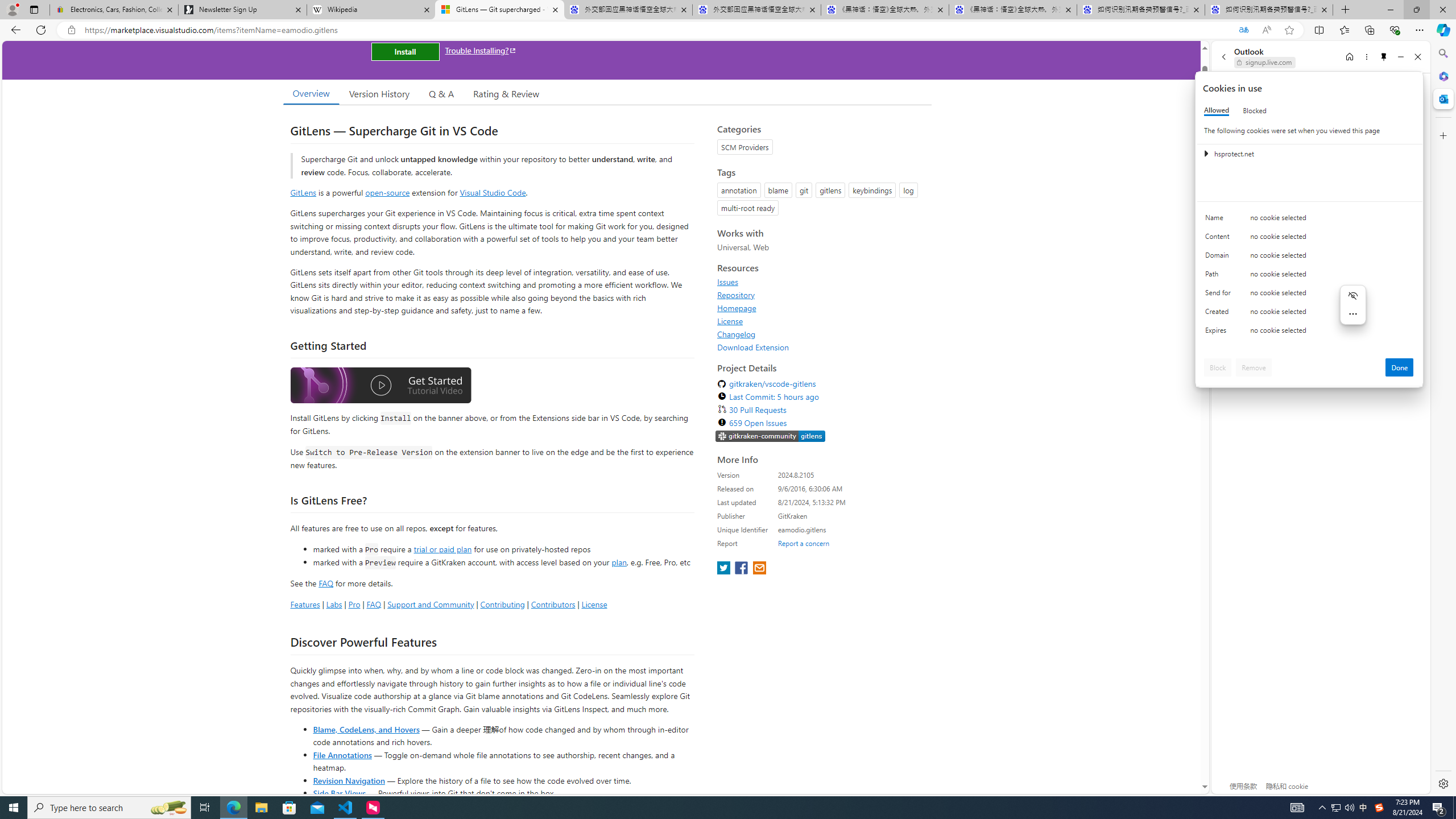 The width and height of the screenshot is (1456, 819). I want to click on 'Class: c0153 c0157 c0154', so click(1309, 220).